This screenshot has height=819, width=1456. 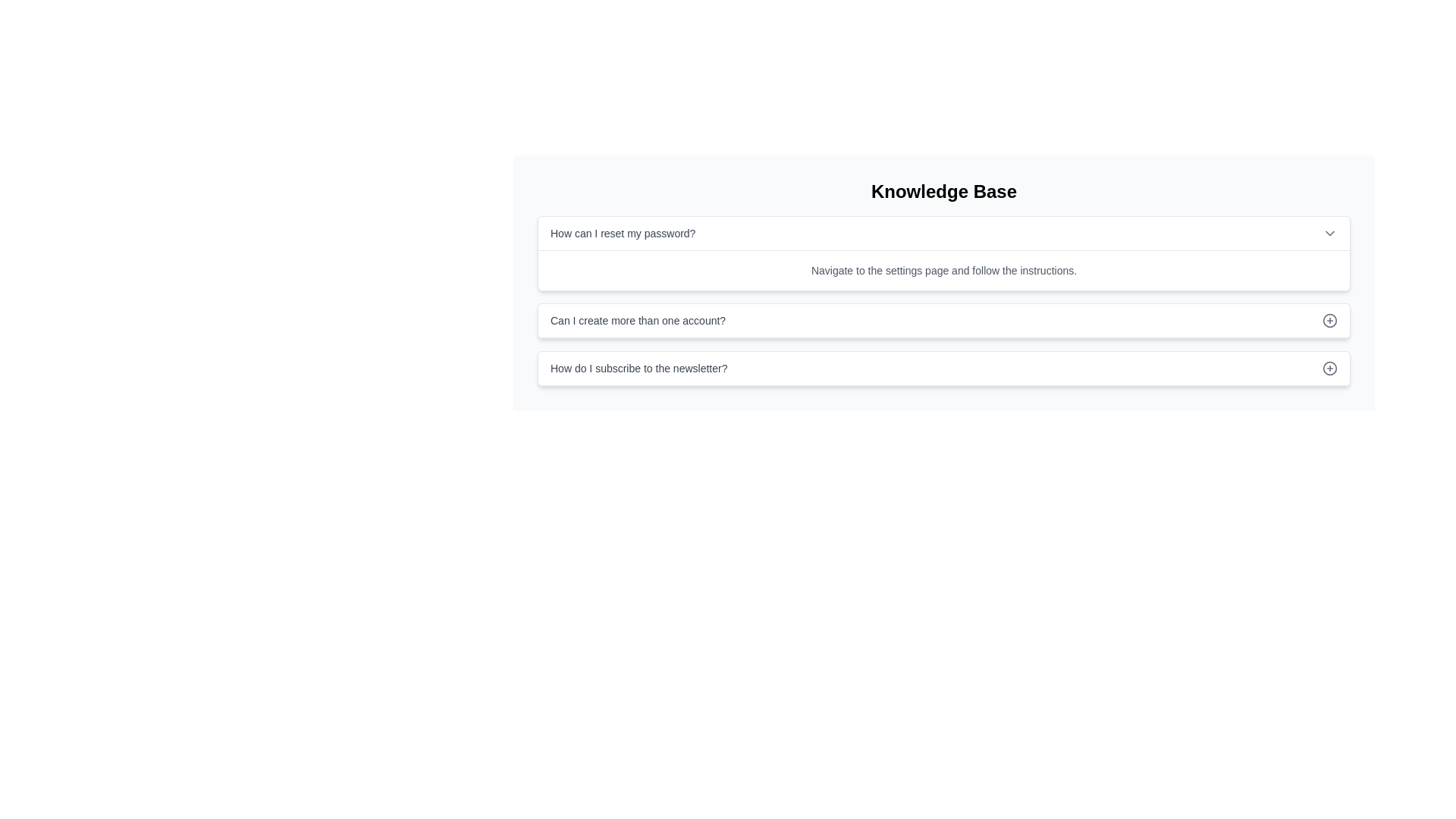 What do you see at coordinates (943, 270) in the screenshot?
I see `instructional text block located below the question header 'How can I reset my password?' in the knowledge base section` at bounding box center [943, 270].